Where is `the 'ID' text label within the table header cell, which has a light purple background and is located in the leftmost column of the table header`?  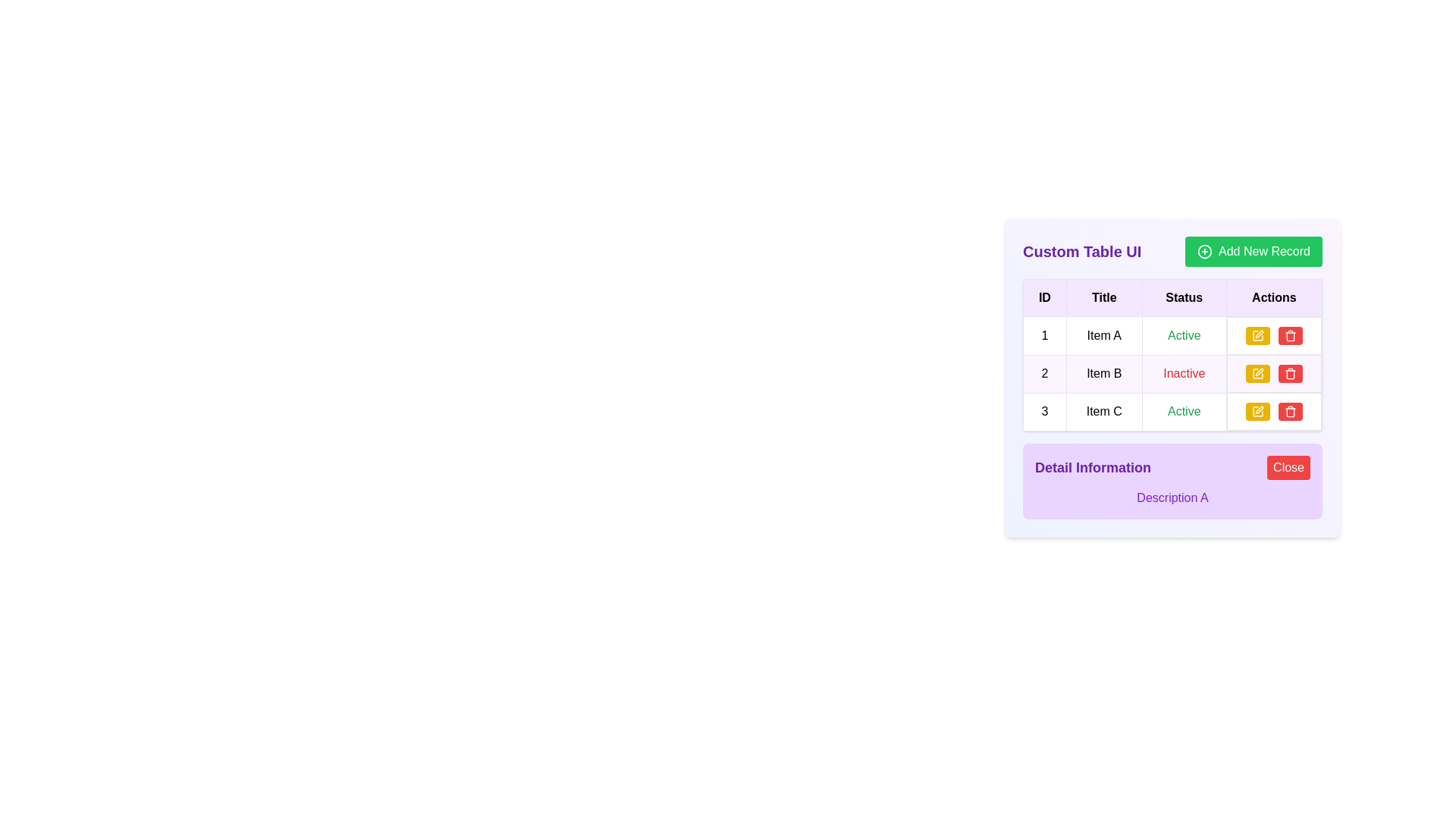
the 'ID' text label within the table header cell, which has a light purple background and is located in the leftmost column of the table header is located at coordinates (1043, 298).